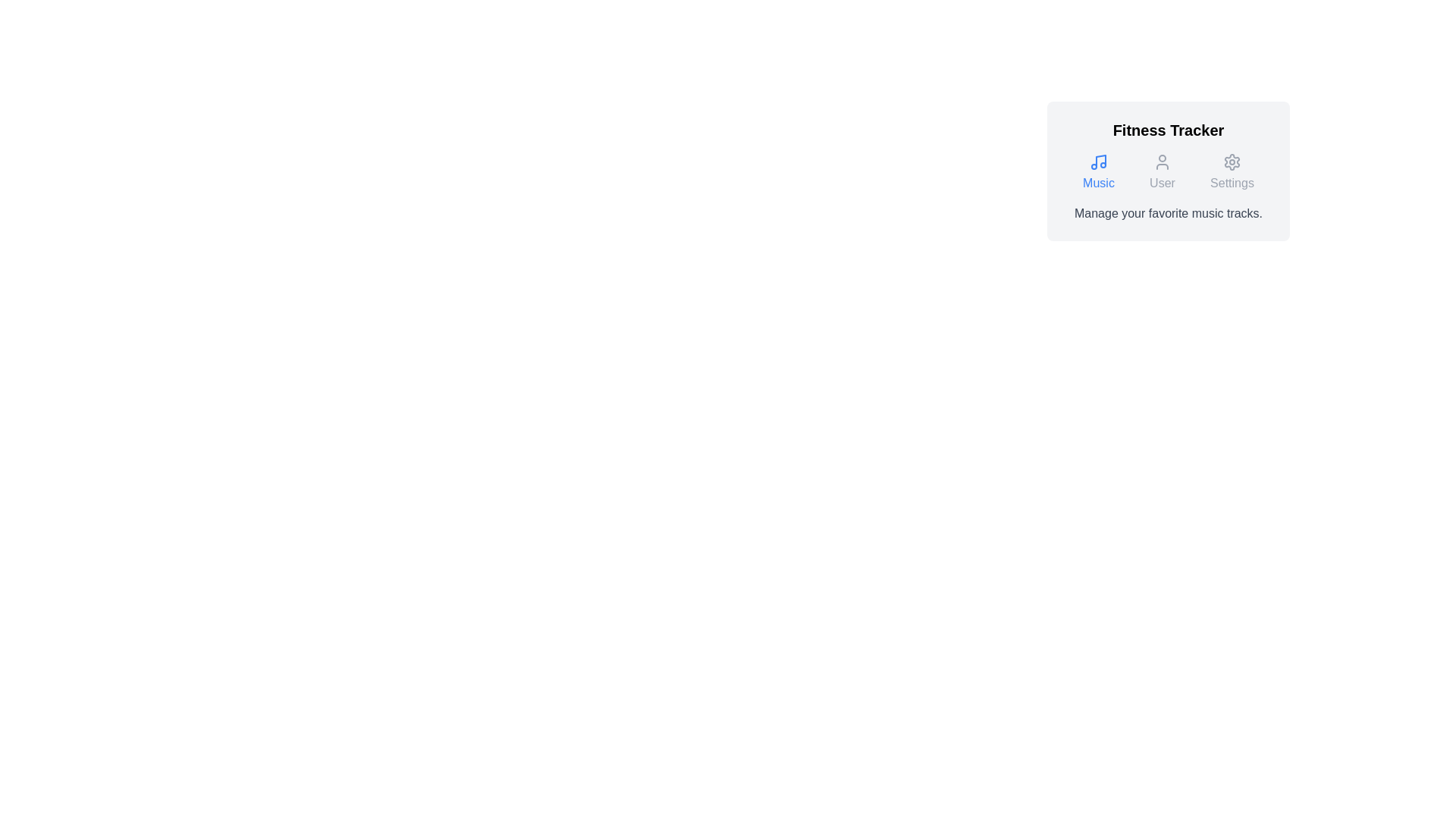 Image resolution: width=1456 pixels, height=819 pixels. What do you see at coordinates (1099, 171) in the screenshot?
I see `the music navigation button located to the left of 'User' and 'Settings' under the title 'Fitness Tracker'` at bounding box center [1099, 171].